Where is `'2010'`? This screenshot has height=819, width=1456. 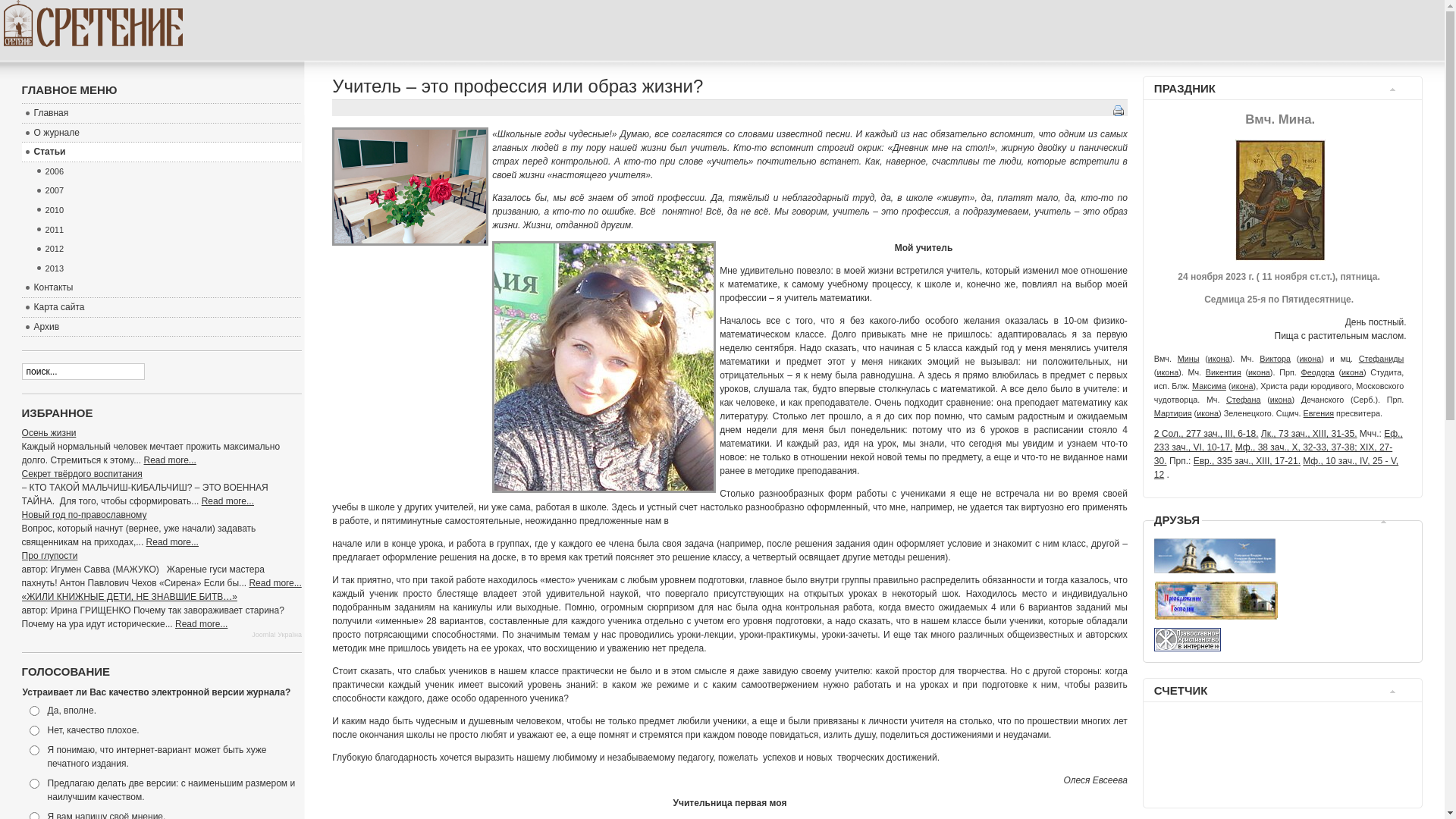 '2010' is located at coordinates (167, 210).